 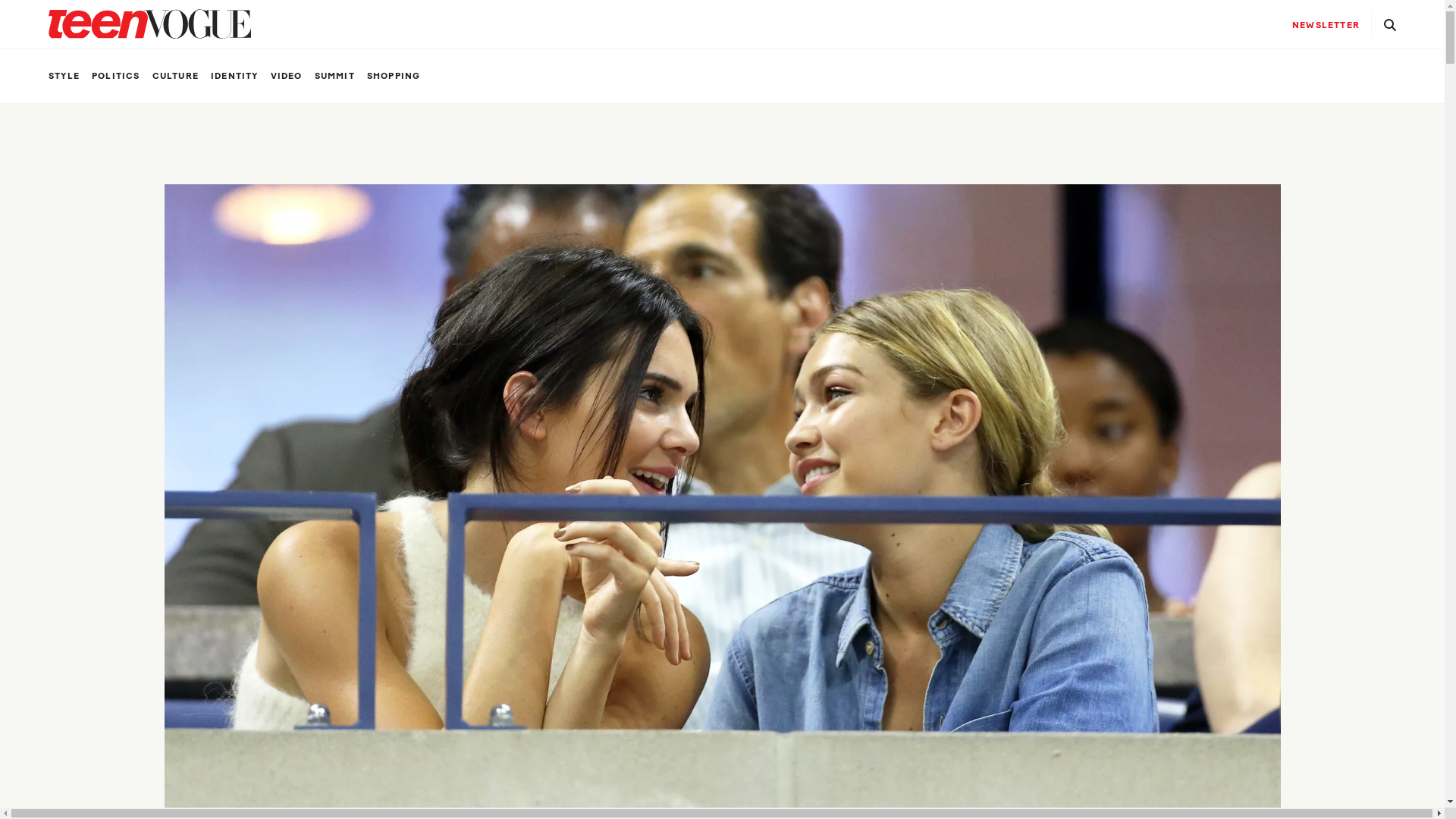 I want to click on 'VIDEO', so click(x=287, y=76).